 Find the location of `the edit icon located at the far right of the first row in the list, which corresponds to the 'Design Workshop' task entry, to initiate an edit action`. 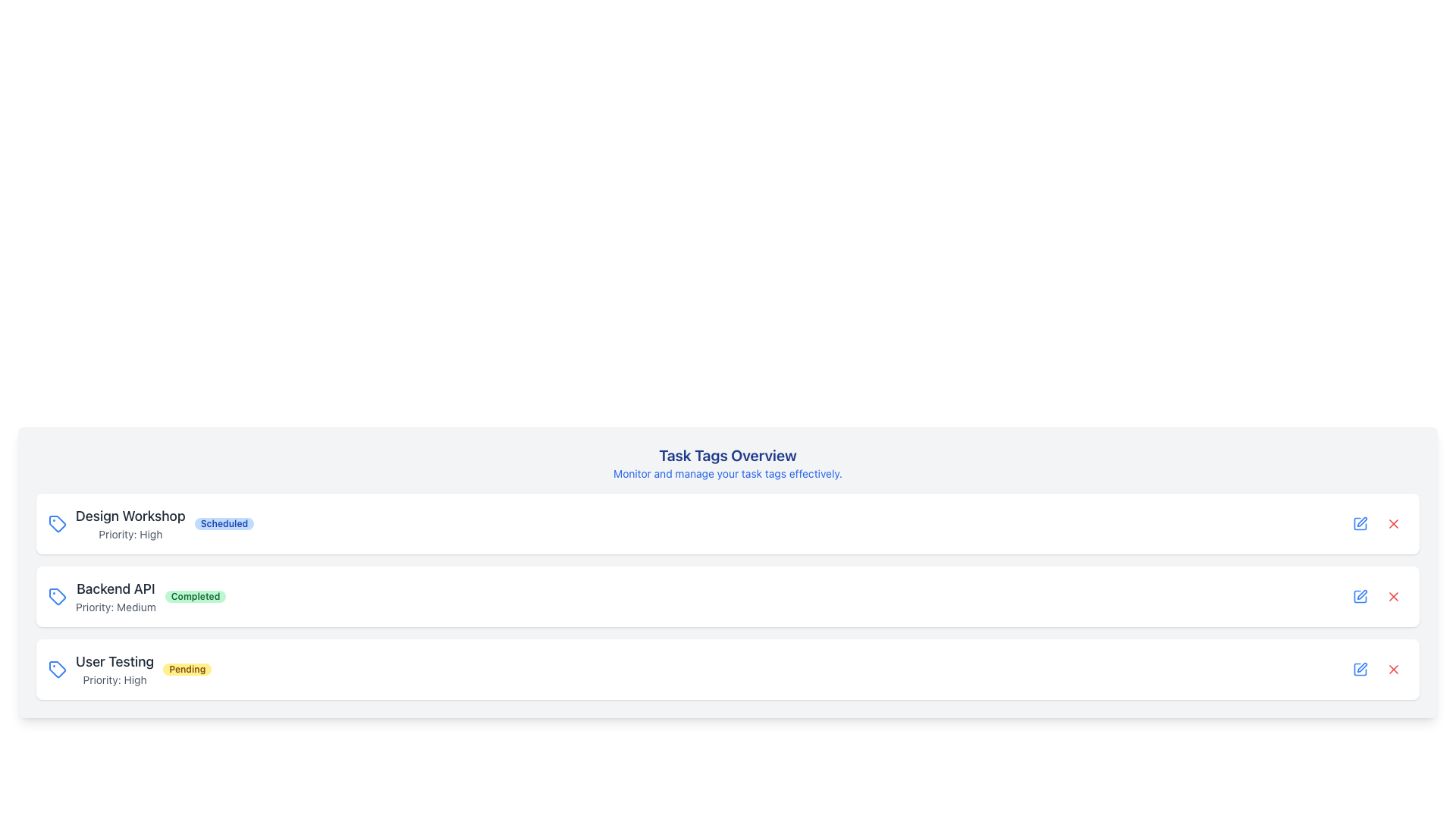

the edit icon located at the far right of the first row in the list, which corresponds to the 'Design Workshop' task entry, to initiate an edit action is located at coordinates (1360, 522).